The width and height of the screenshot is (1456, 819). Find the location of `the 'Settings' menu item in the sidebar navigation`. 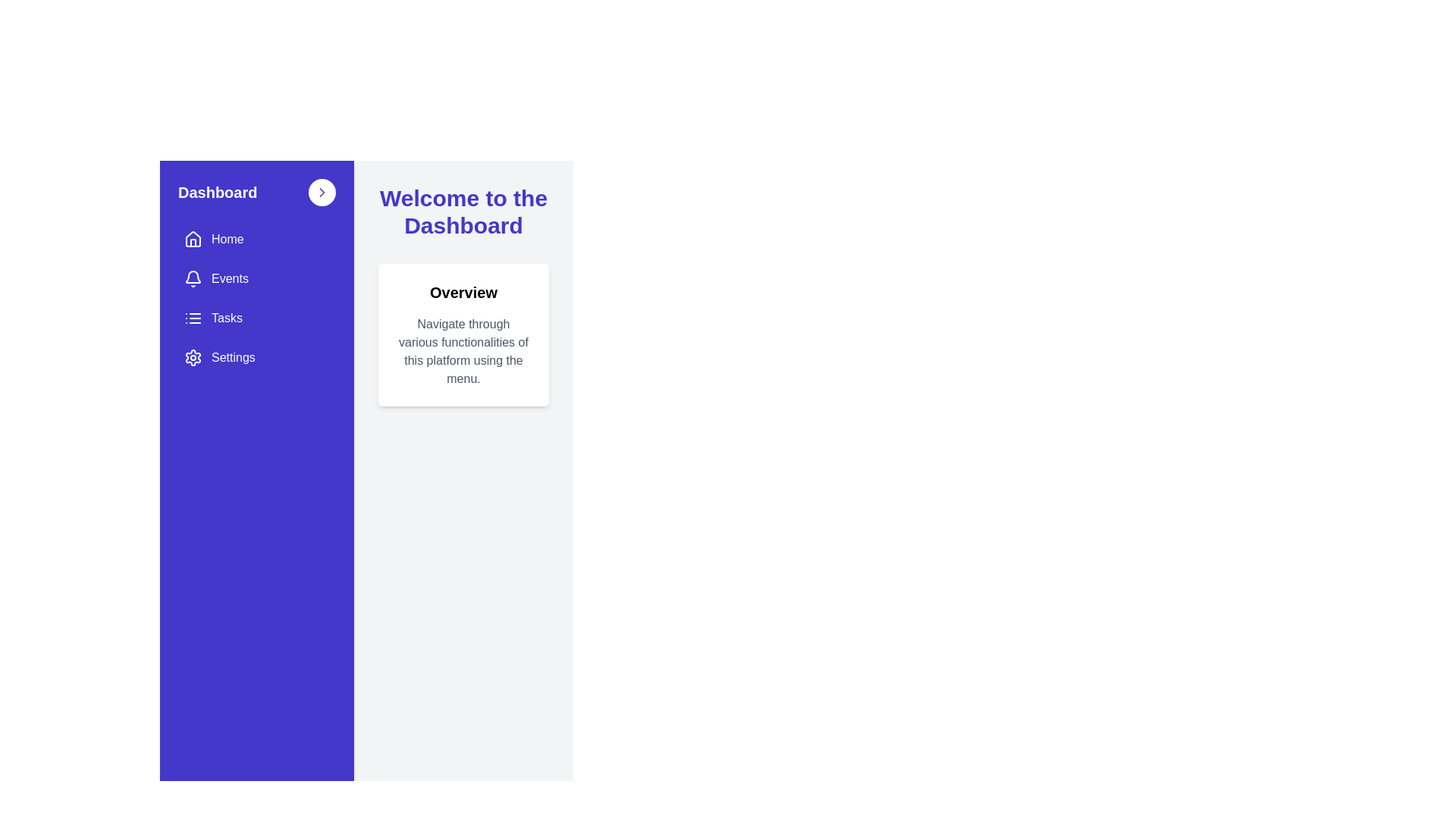

the 'Settings' menu item in the sidebar navigation is located at coordinates (257, 357).